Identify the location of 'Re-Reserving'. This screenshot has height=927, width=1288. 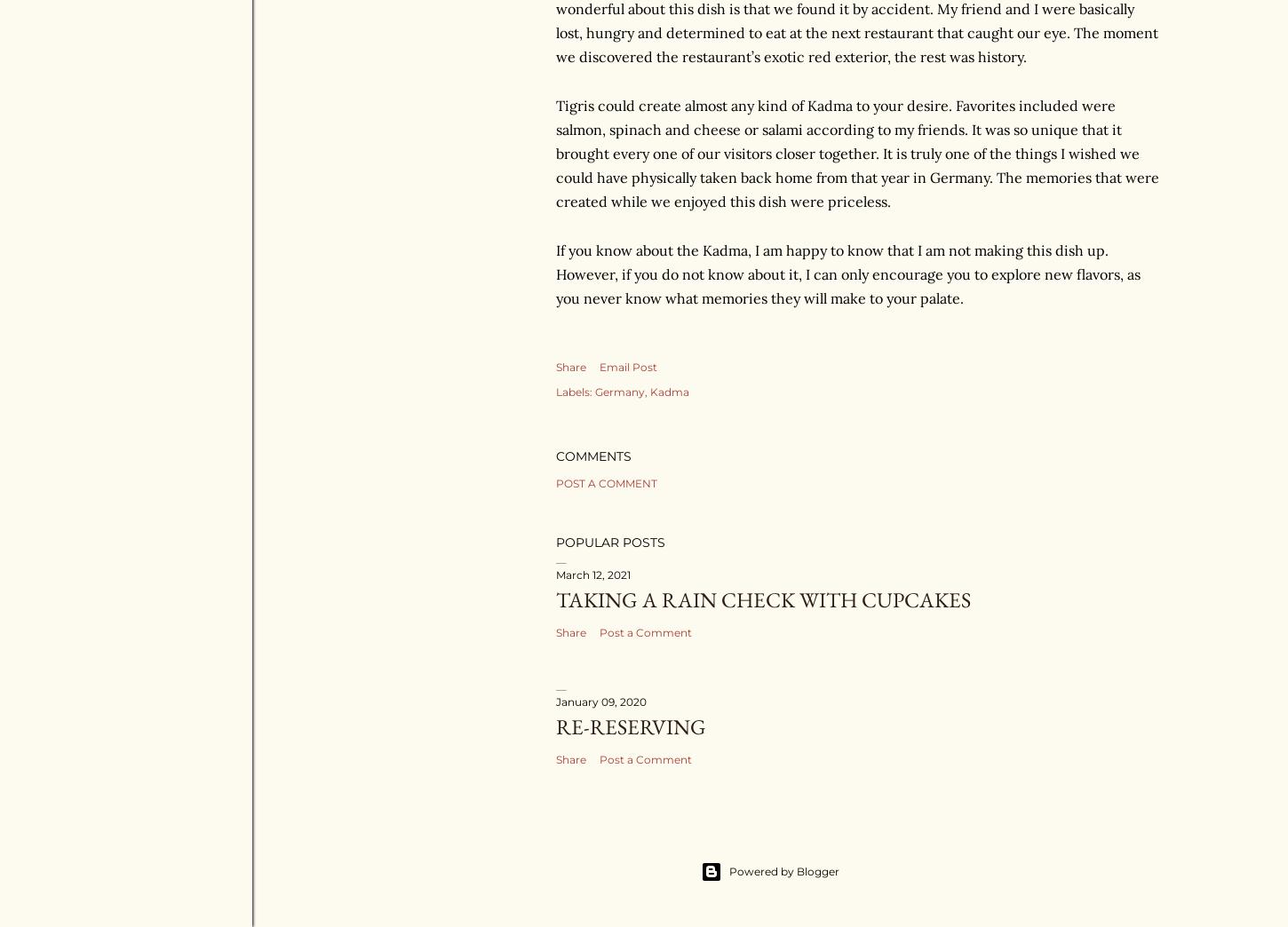
(630, 725).